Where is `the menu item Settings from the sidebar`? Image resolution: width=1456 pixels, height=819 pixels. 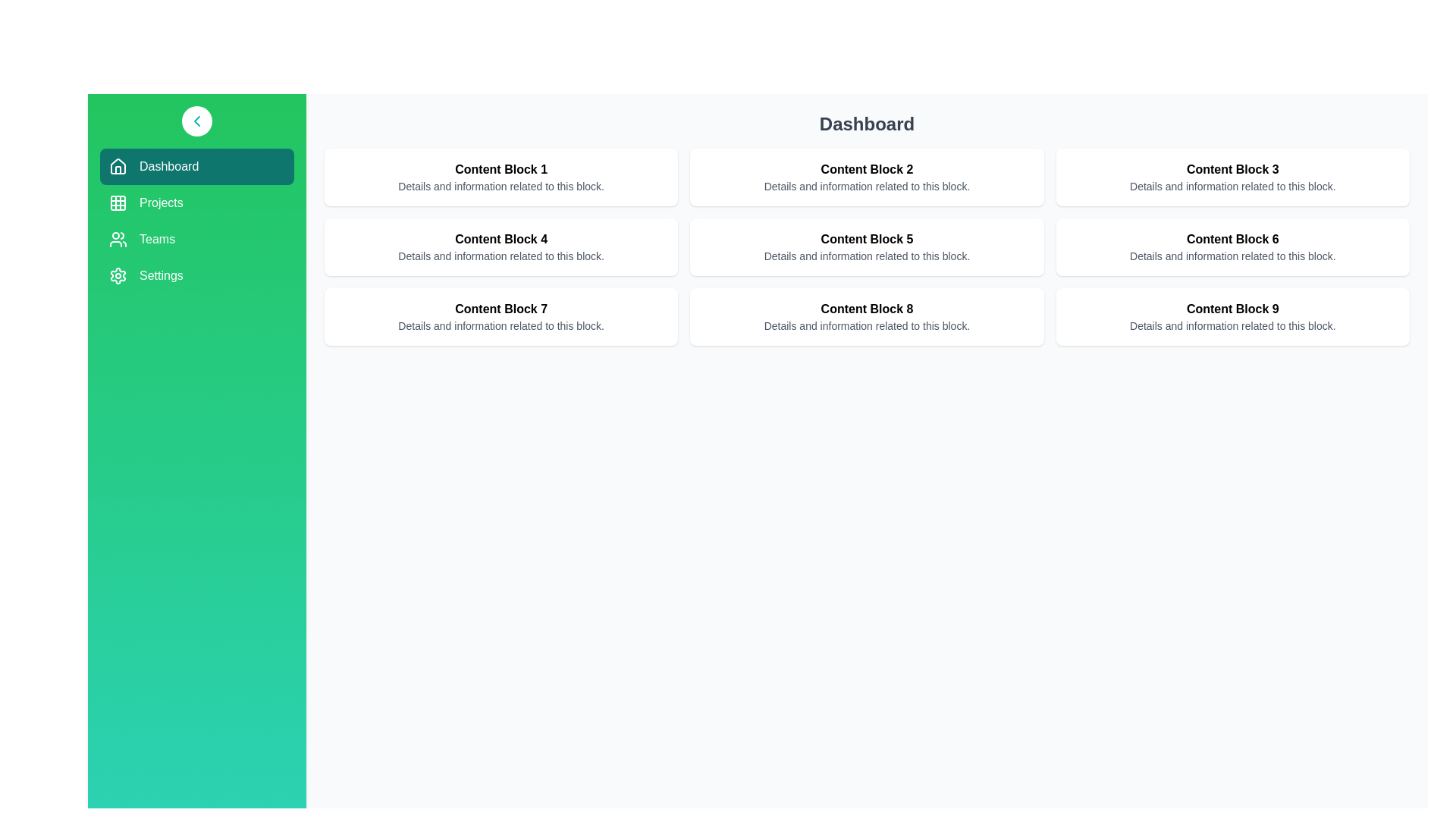 the menu item Settings from the sidebar is located at coordinates (196, 275).